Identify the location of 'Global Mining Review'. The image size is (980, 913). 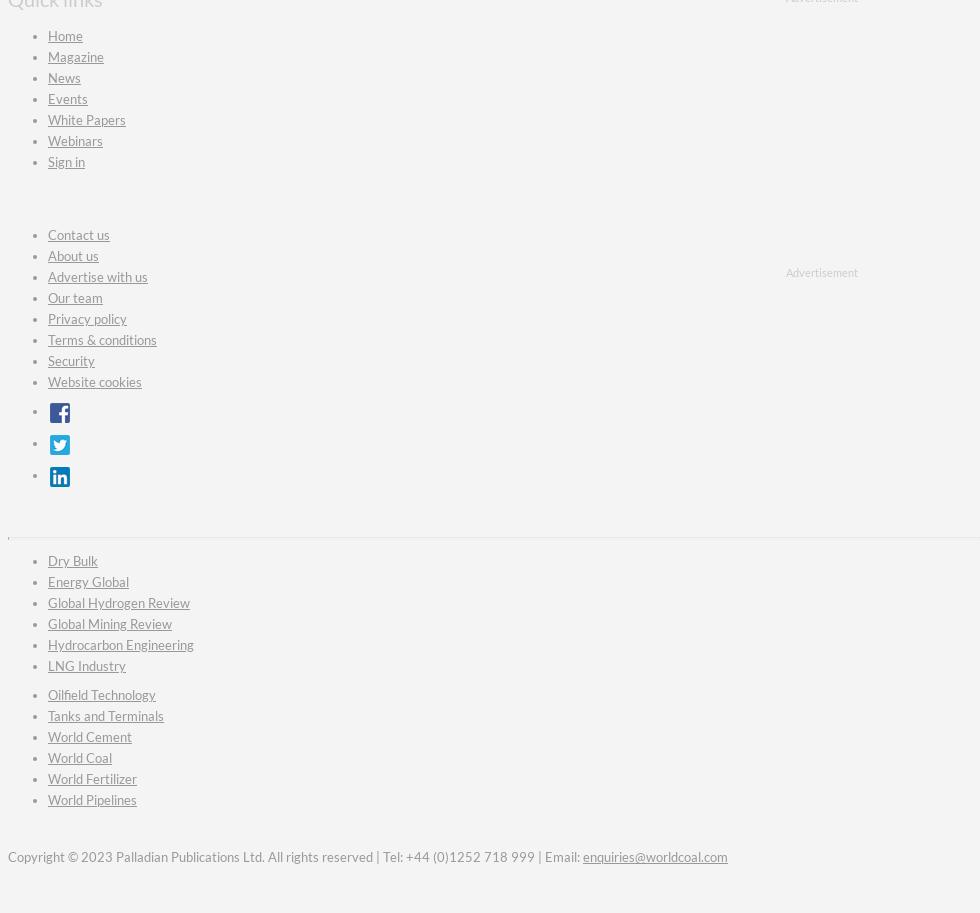
(109, 623).